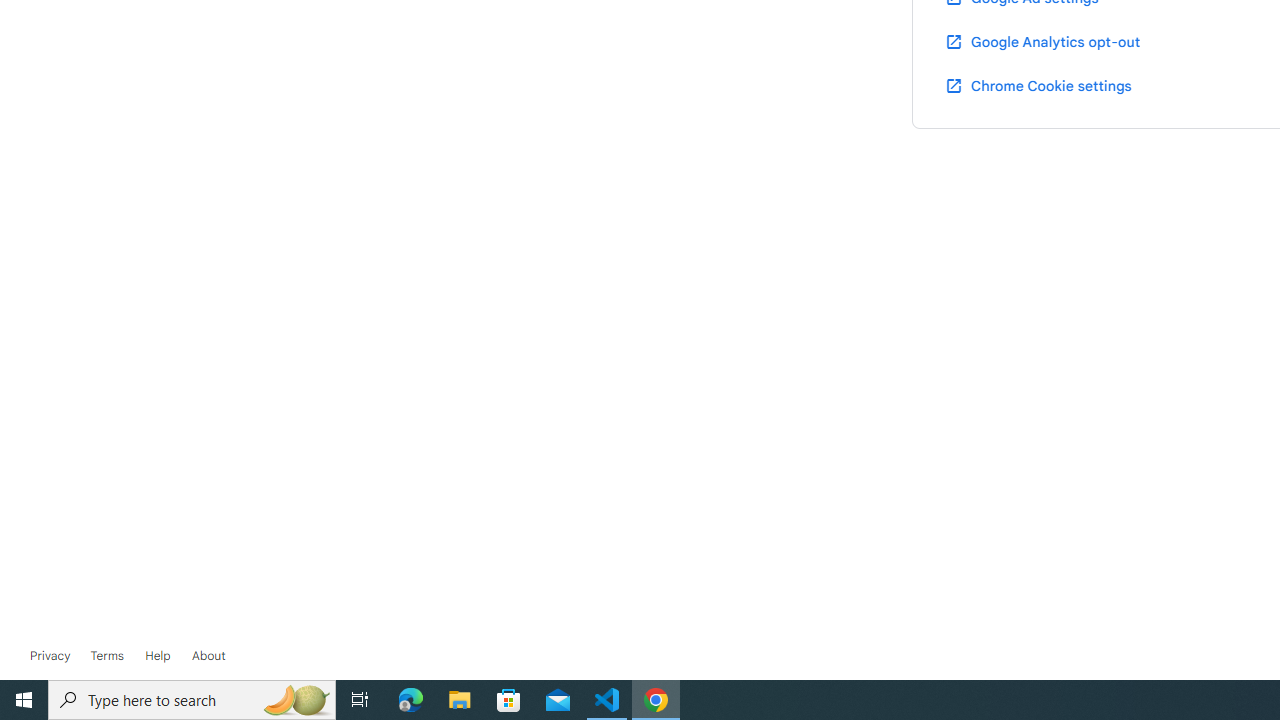  I want to click on 'Chrome Cookie settings', so click(1038, 84).